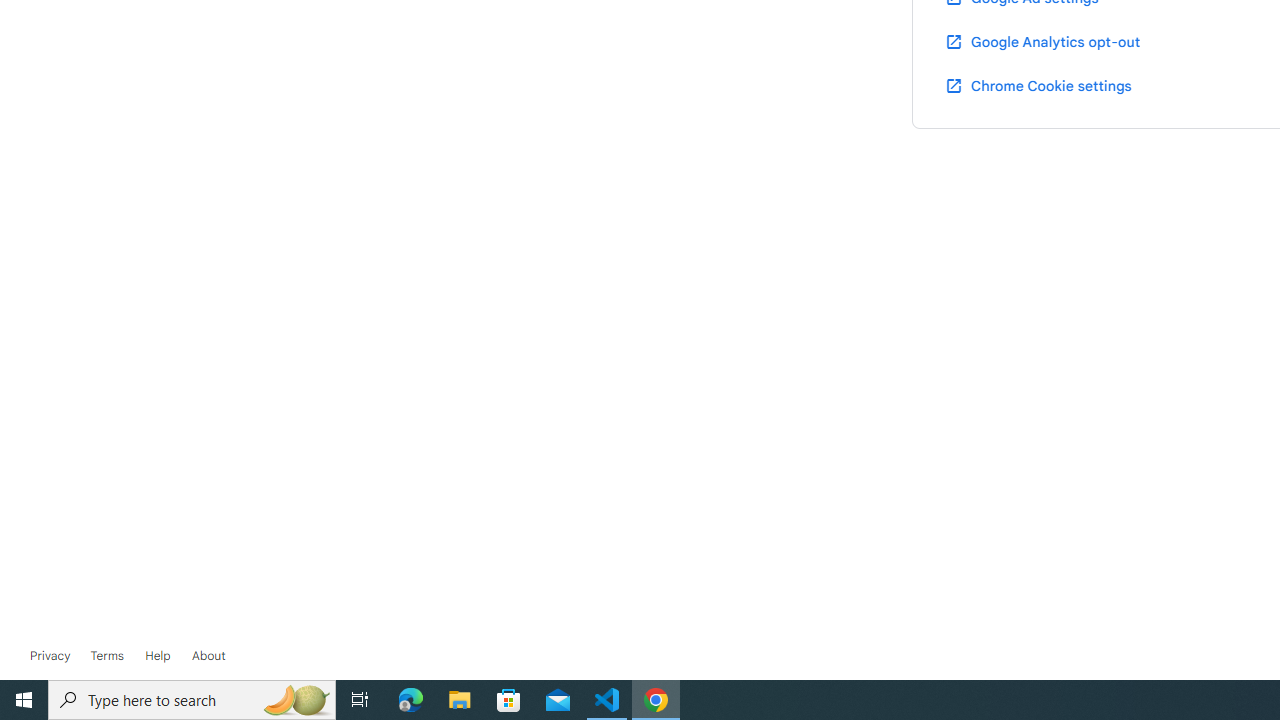  I want to click on 'Chrome Cookie settings', so click(1038, 84).